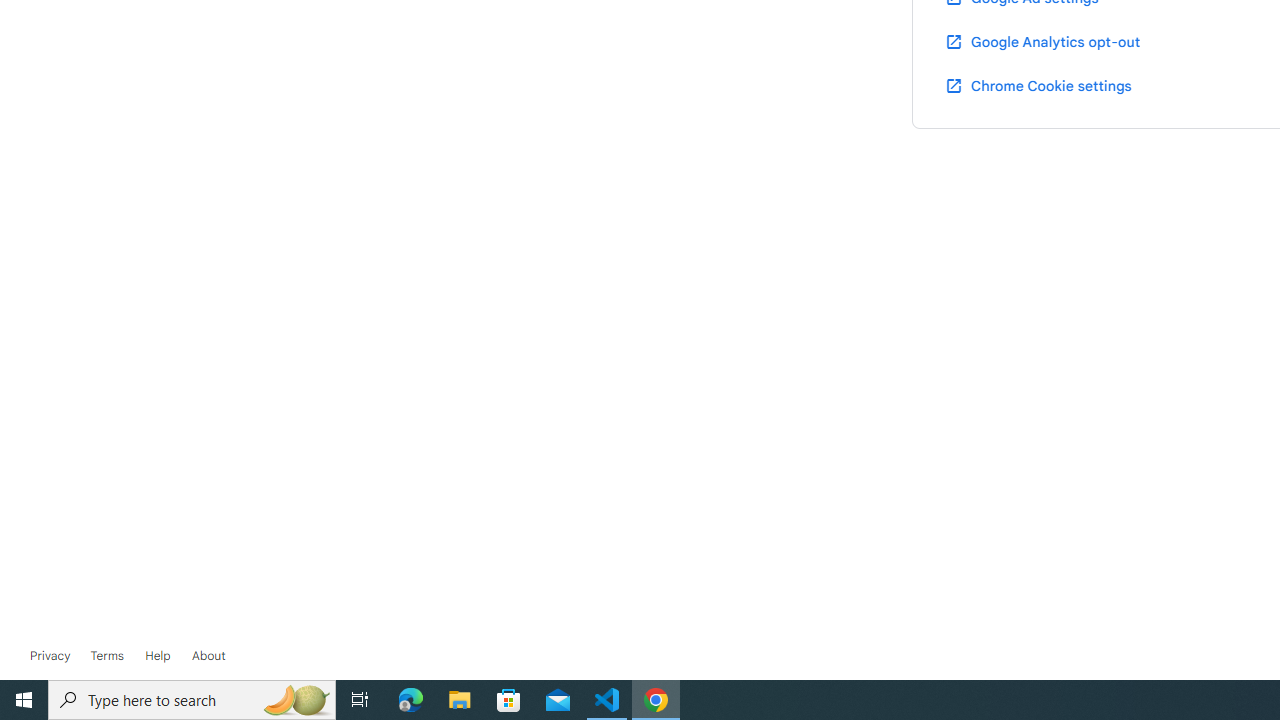  I want to click on 'Chrome Cookie settings', so click(1038, 84).